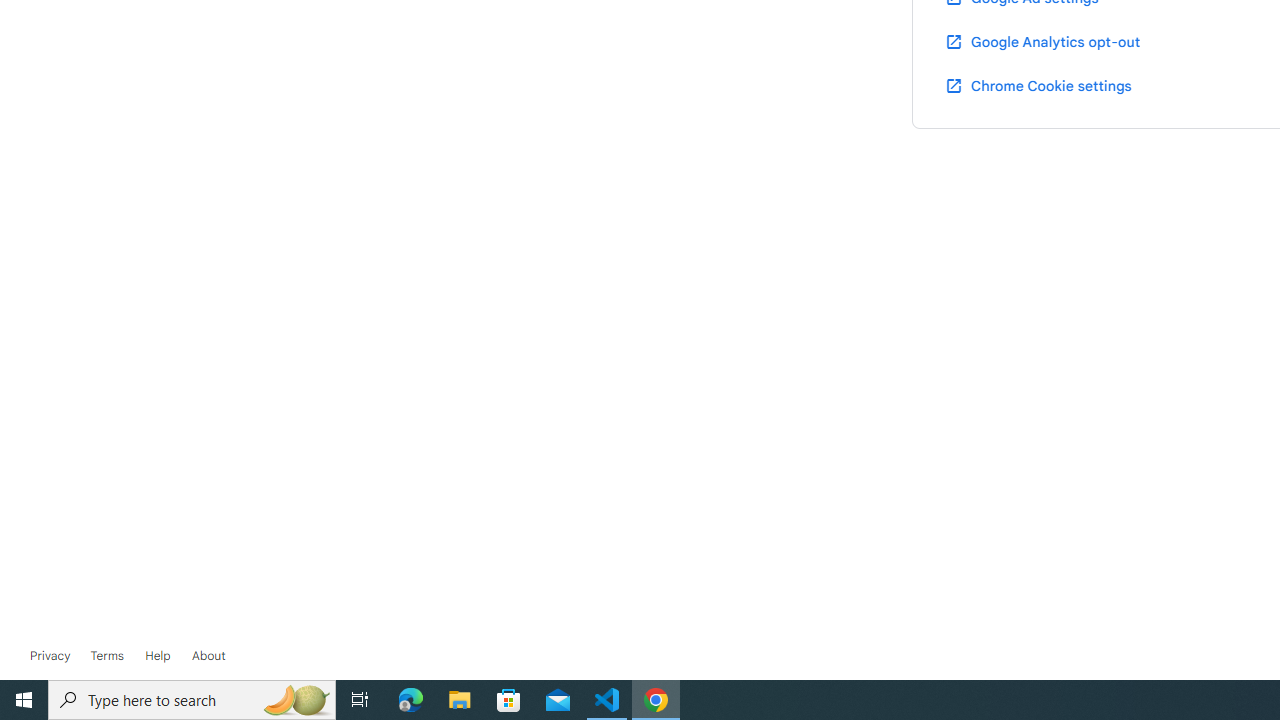  I want to click on 'Chrome Cookie settings', so click(1038, 84).